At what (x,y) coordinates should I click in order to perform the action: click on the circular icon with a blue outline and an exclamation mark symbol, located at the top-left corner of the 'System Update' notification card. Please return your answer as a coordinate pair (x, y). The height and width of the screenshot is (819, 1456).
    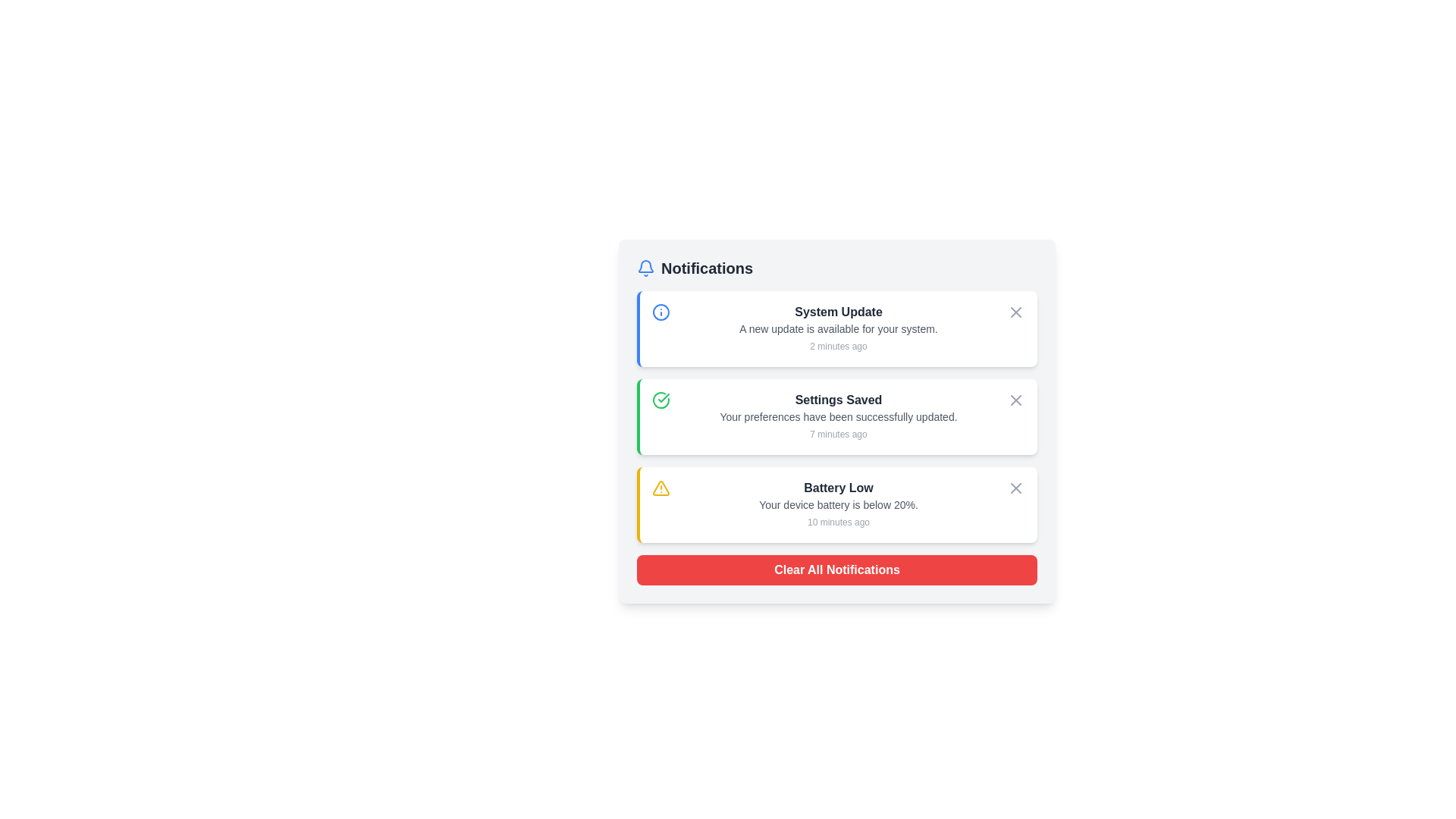
    Looking at the image, I should click on (661, 312).